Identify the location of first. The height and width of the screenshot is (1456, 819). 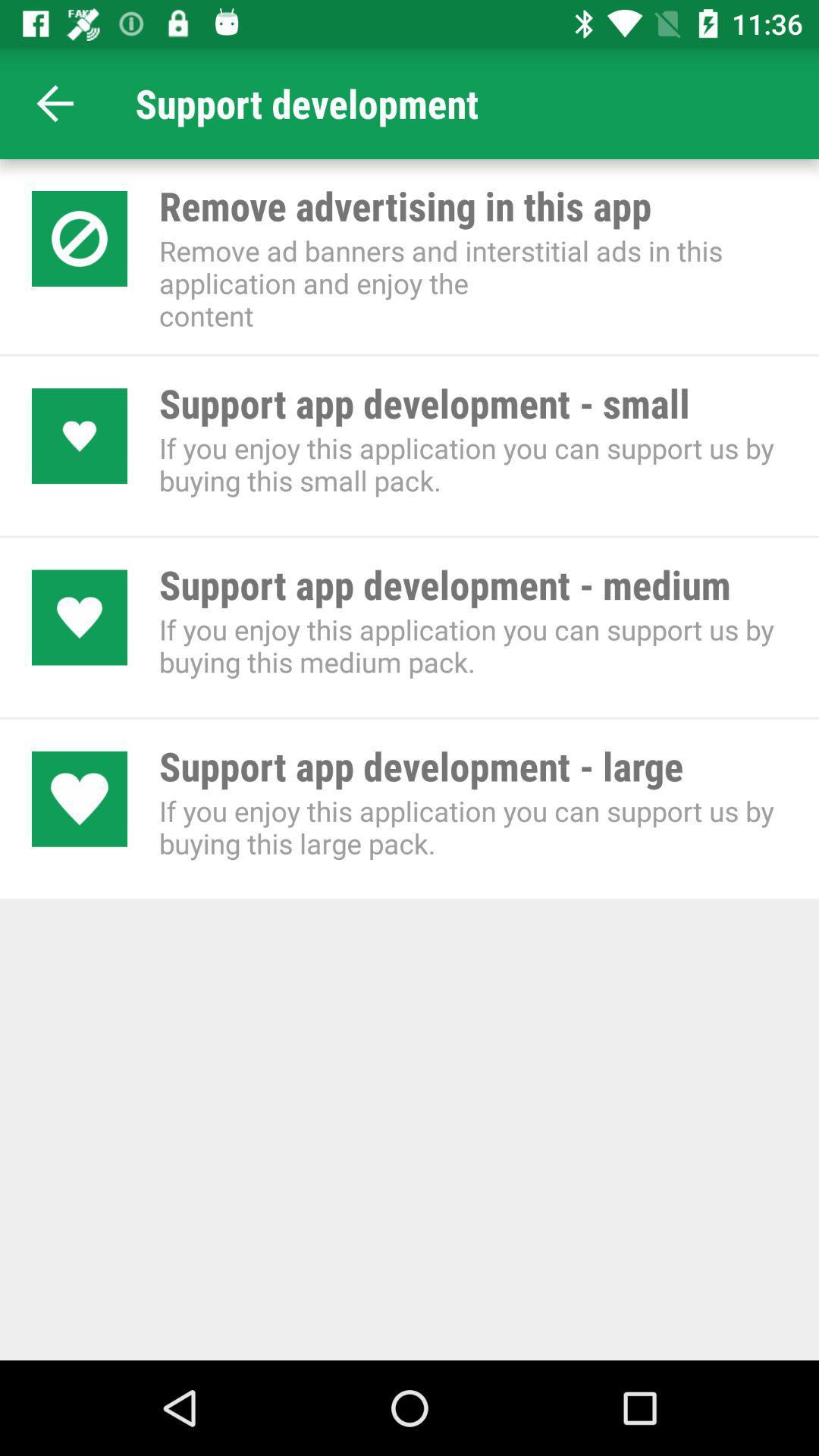
(55, 102).